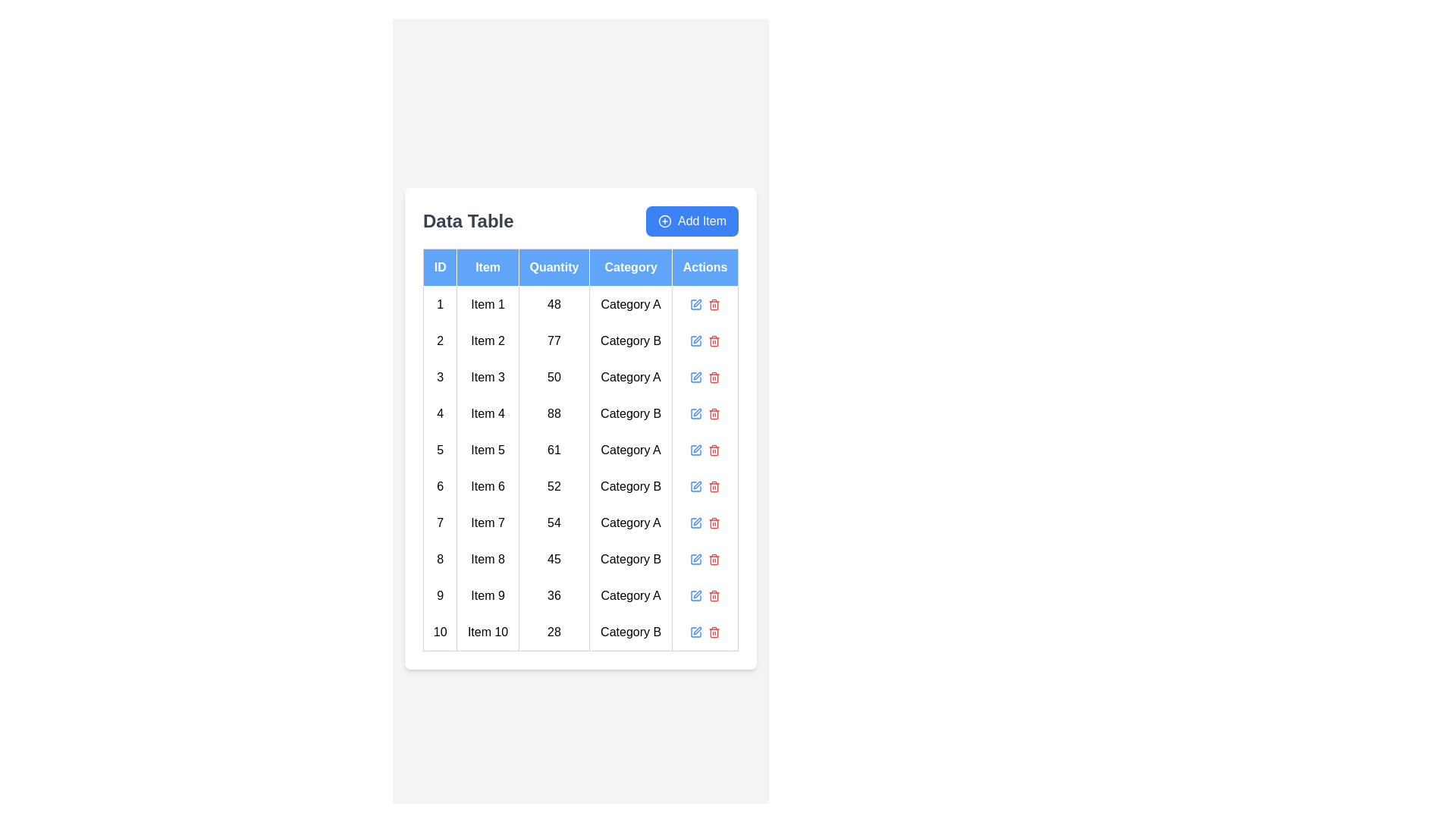 Image resolution: width=1456 pixels, height=819 pixels. I want to click on the table cell, so click(439, 486).